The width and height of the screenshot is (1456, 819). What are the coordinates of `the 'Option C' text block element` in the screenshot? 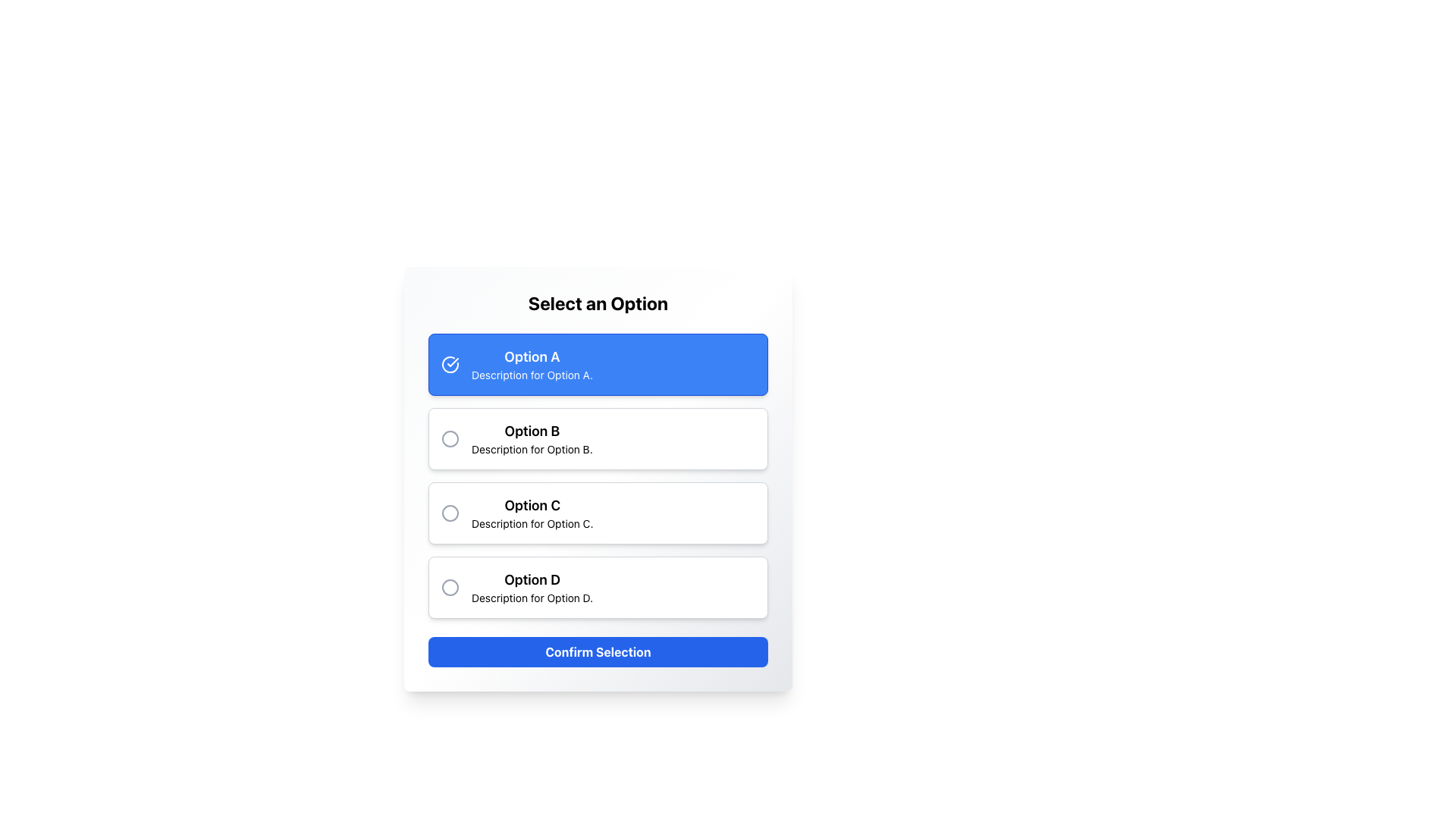 It's located at (532, 513).